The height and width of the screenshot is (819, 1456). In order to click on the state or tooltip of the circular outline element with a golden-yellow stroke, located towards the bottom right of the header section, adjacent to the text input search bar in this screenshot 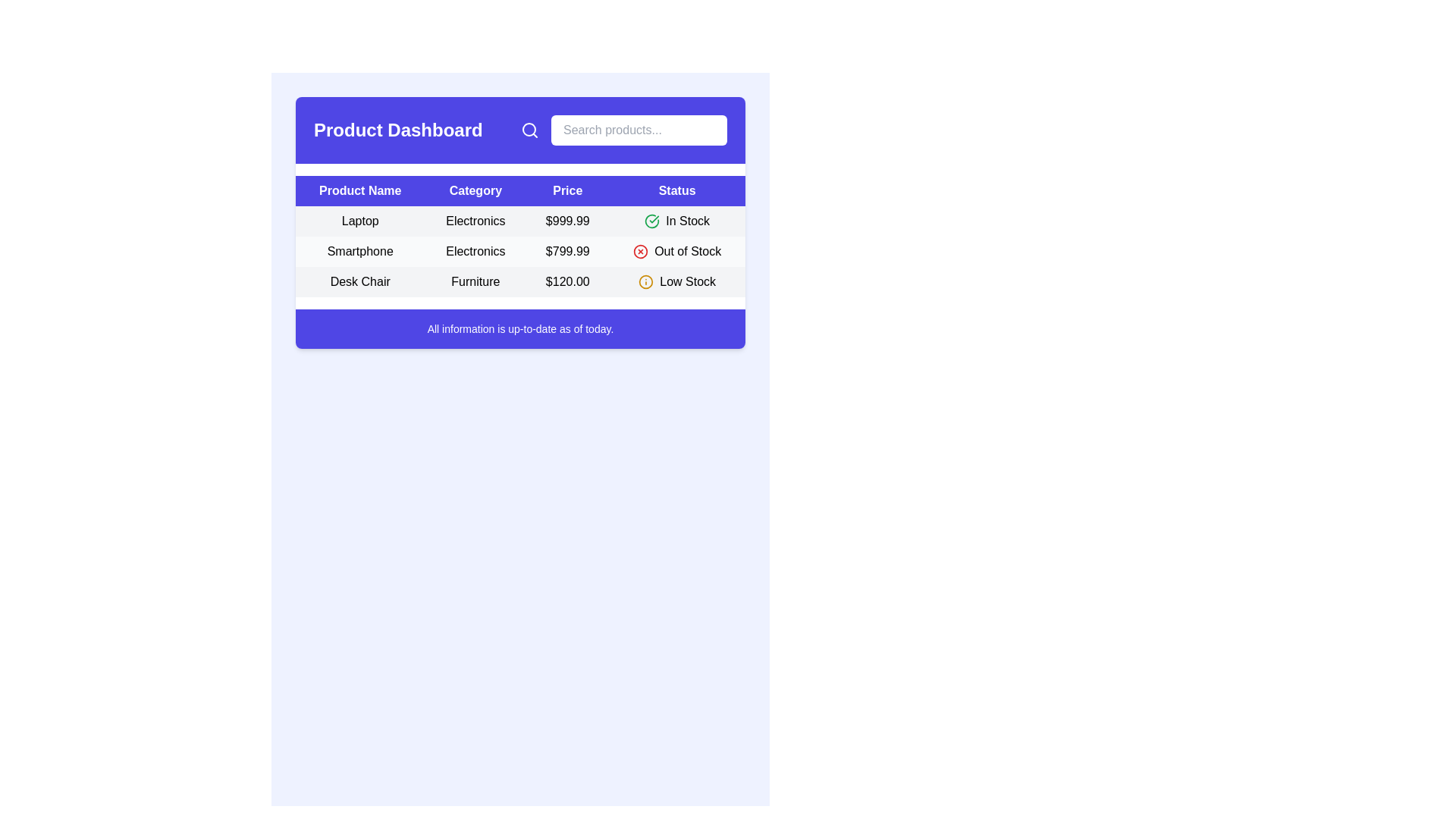, I will do `click(646, 281)`.